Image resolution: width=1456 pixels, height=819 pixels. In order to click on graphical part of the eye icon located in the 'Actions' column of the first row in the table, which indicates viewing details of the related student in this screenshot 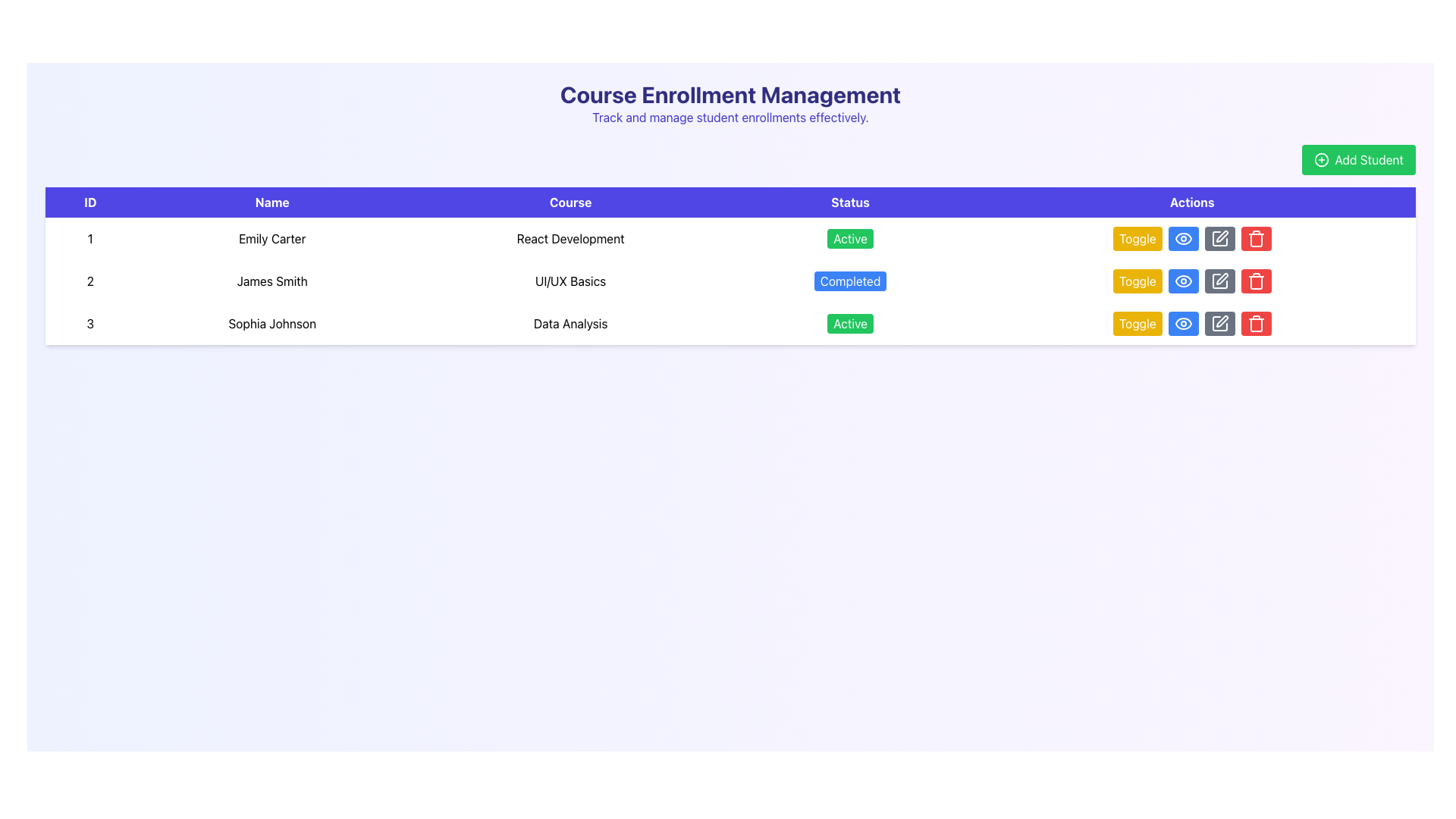, I will do `click(1182, 239)`.